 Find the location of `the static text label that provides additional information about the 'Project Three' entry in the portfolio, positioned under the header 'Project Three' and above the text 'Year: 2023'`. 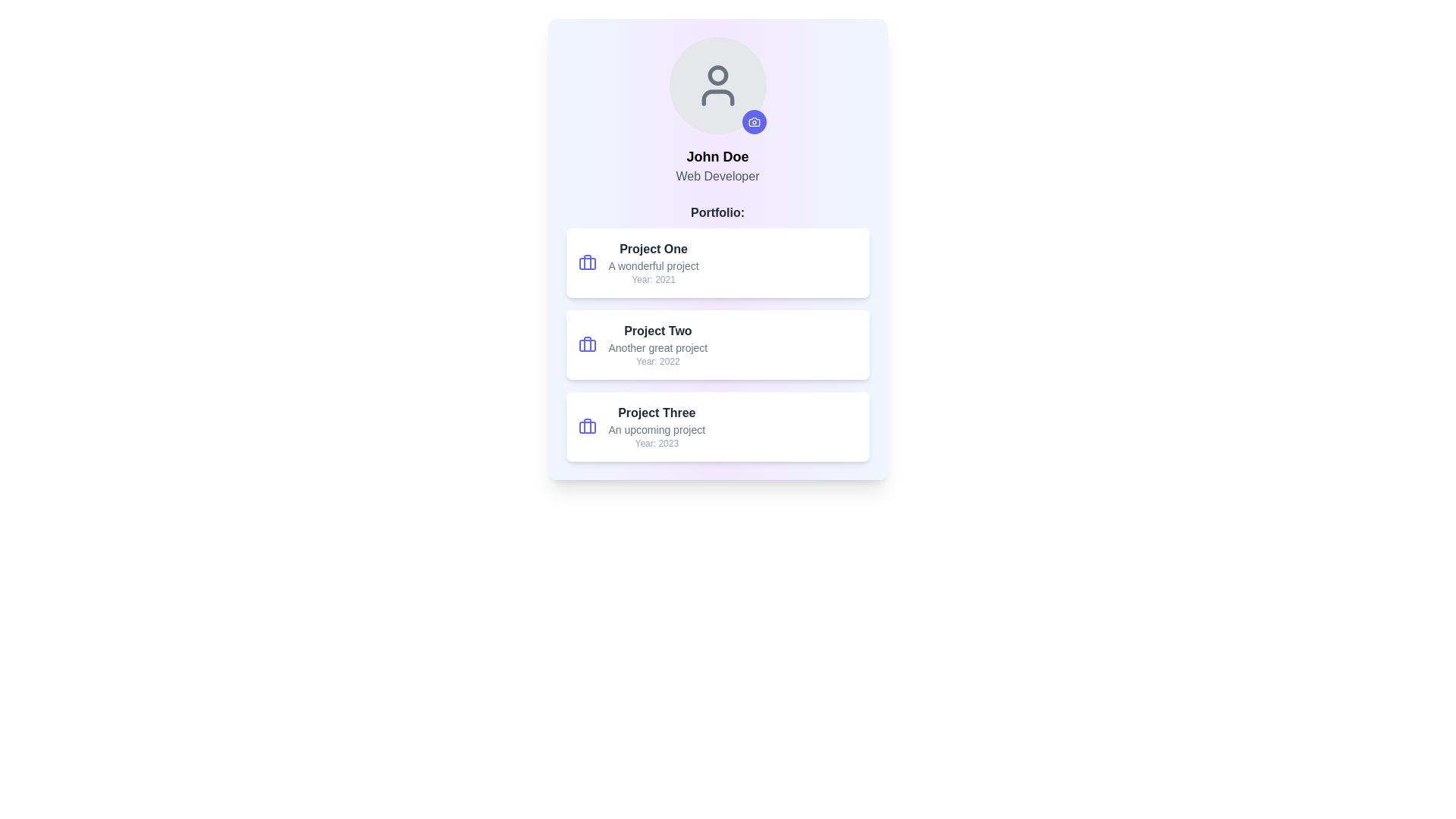

the static text label that provides additional information about the 'Project Three' entry in the portfolio, positioned under the header 'Project Three' and above the text 'Year: 2023' is located at coordinates (657, 430).